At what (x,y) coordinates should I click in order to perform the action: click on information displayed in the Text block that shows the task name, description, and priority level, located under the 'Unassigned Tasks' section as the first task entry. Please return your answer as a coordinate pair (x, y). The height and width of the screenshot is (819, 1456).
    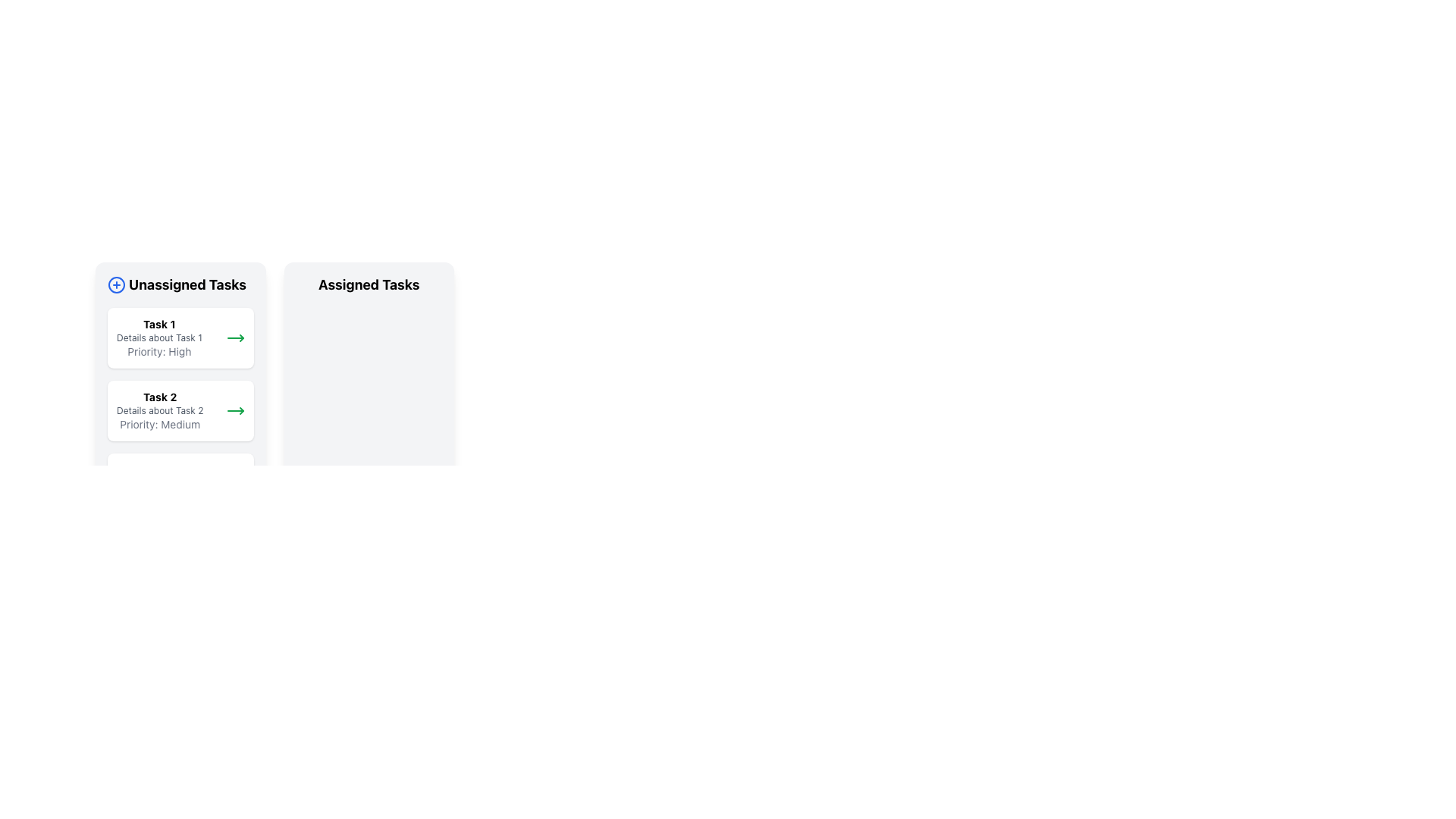
    Looking at the image, I should click on (159, 337).